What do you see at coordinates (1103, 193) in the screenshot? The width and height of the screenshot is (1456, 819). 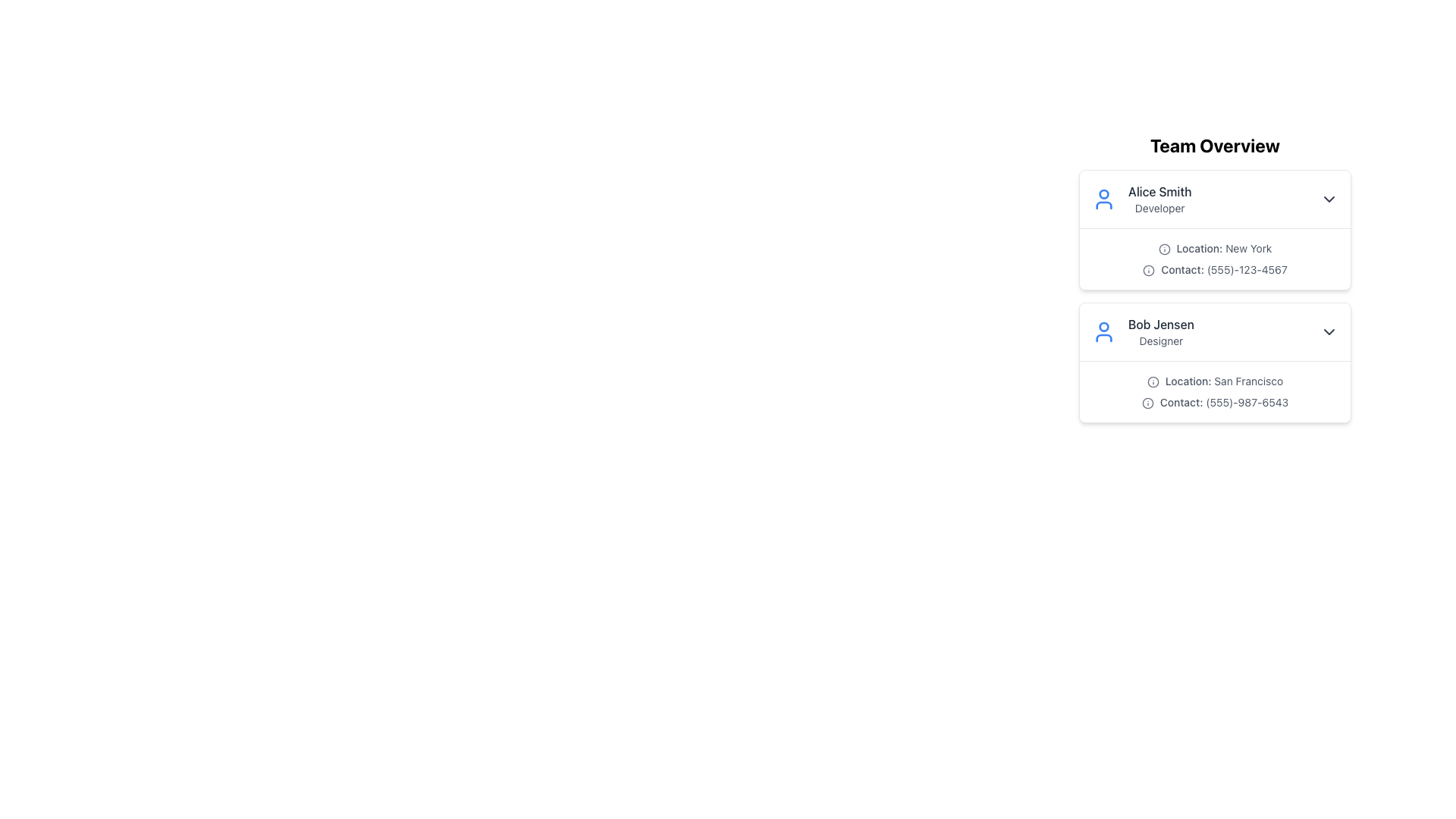 I see `the graphical shape (circle) representing the head of the user icon for 'Alice Smith'` at bounding box center [1103, 193].